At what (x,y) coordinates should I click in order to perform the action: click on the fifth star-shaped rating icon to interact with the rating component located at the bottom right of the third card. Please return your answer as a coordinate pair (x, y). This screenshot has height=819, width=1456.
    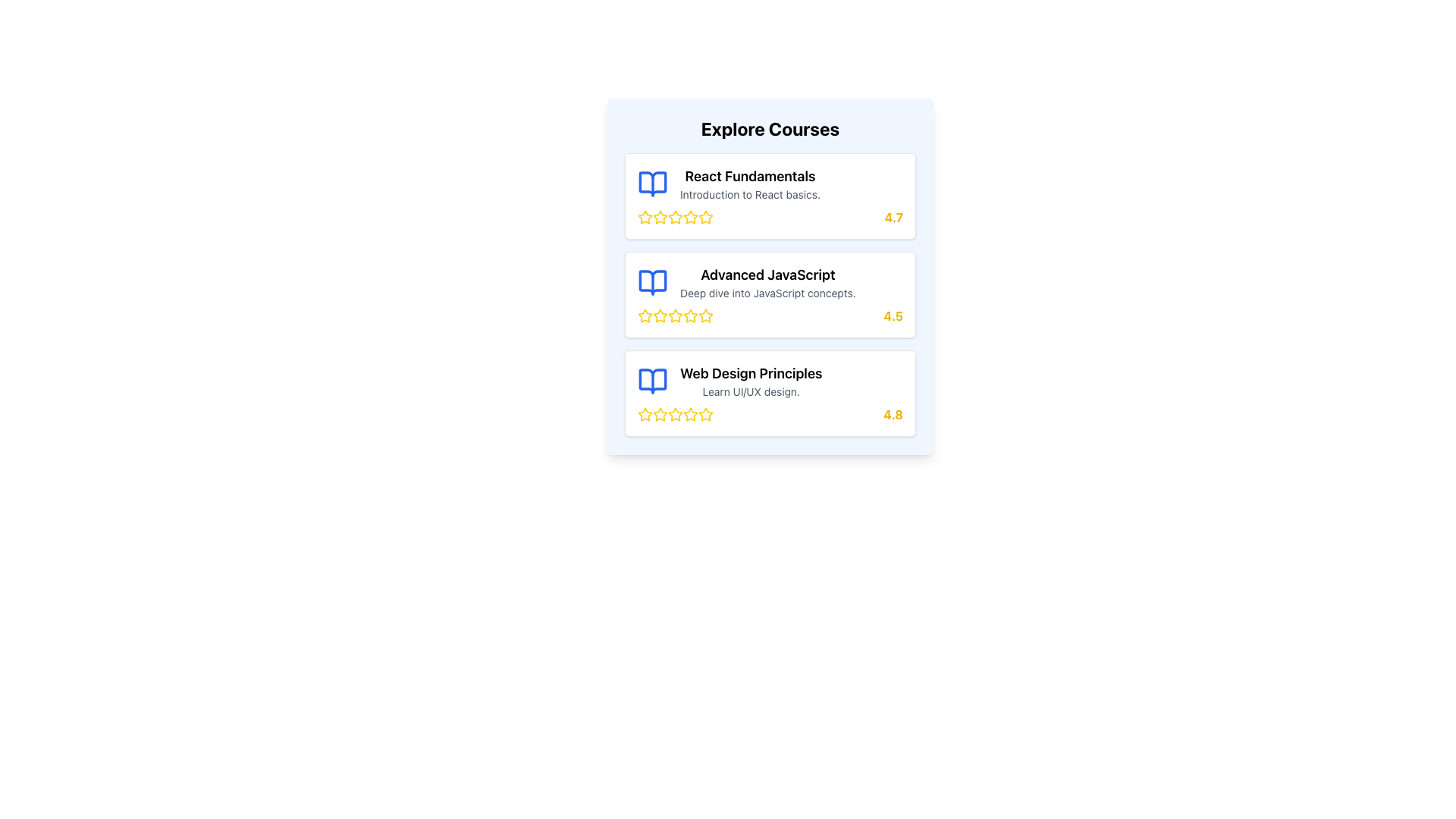
    Looking at the image, I should click on (644, 414).